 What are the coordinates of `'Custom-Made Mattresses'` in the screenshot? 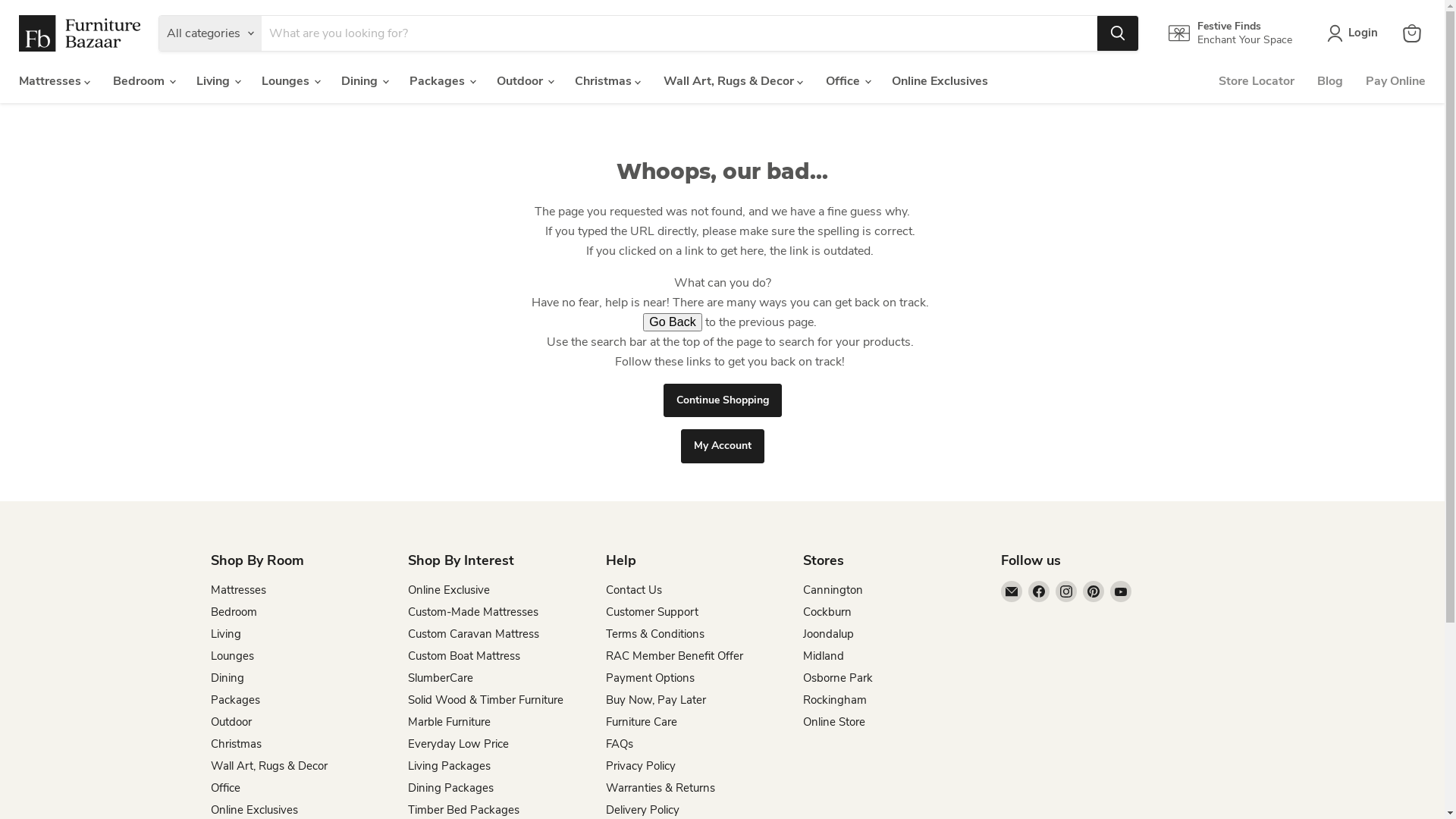 It's located at (407, 610).